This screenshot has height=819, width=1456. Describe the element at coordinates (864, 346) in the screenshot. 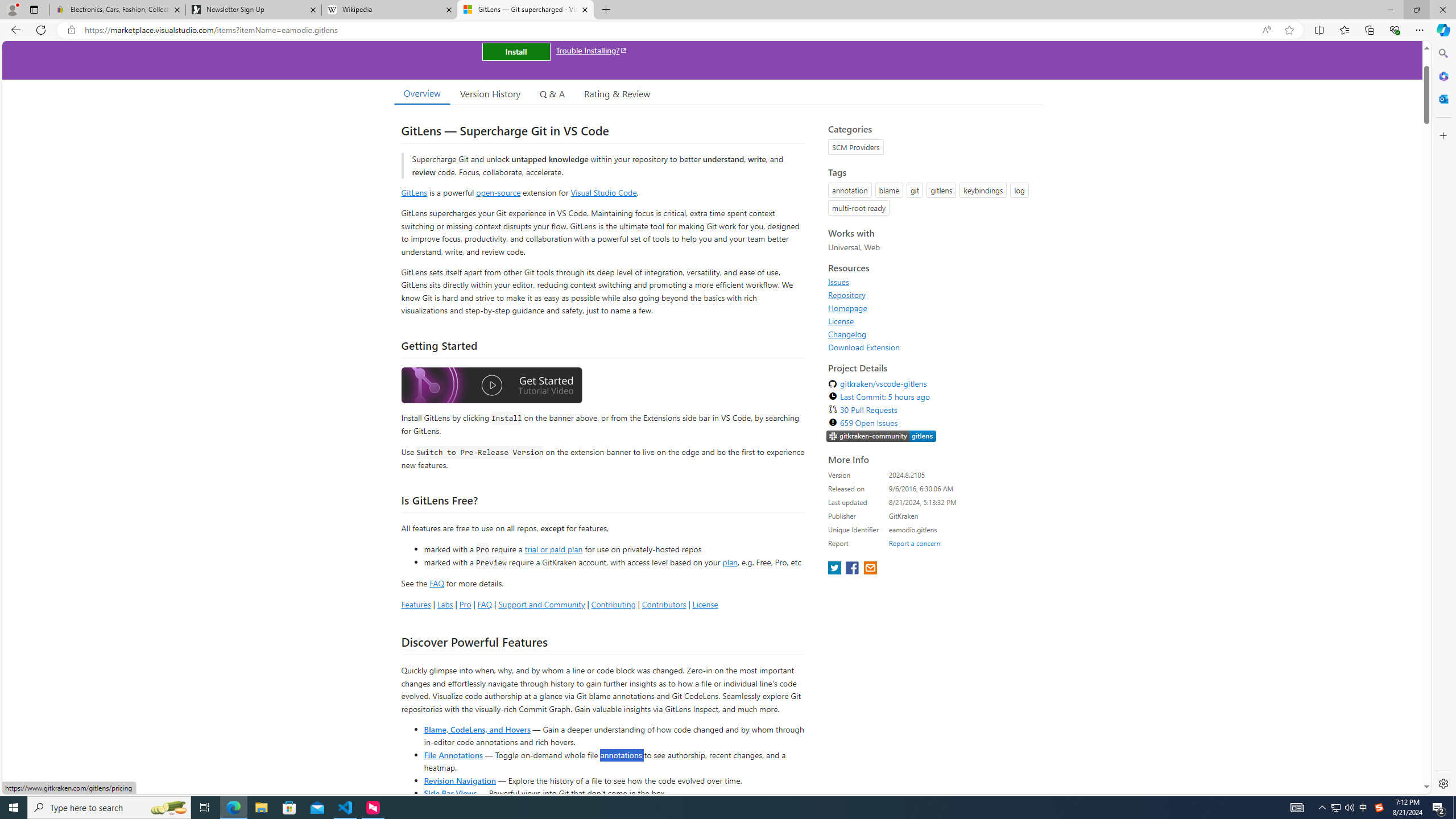

I see `'Download Extension'` at that location.